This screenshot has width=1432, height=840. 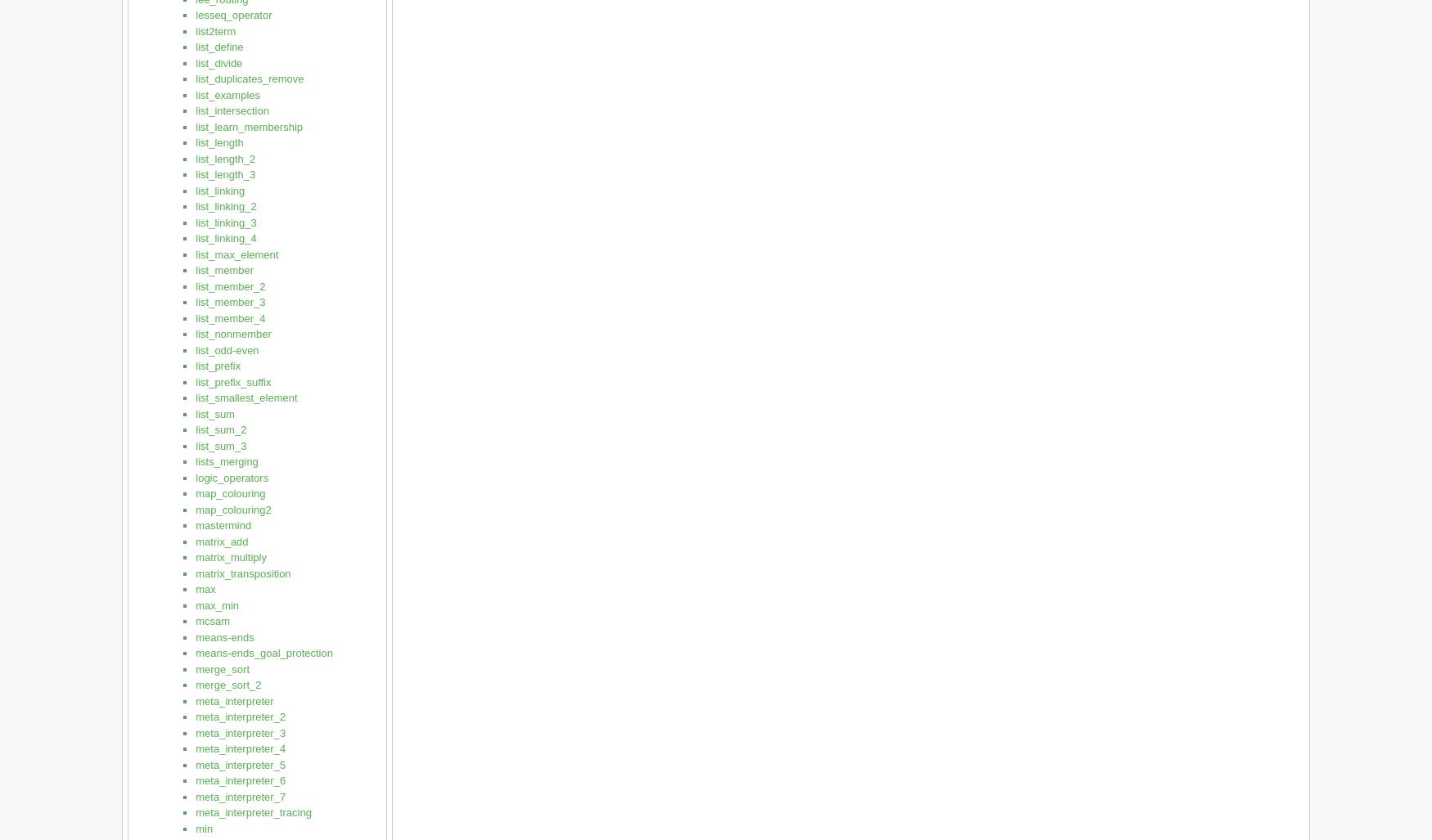 What do you see at coordinates (212, 620) in the screenshot?
I see `'mcsam'` at bounding box center [212, 620].